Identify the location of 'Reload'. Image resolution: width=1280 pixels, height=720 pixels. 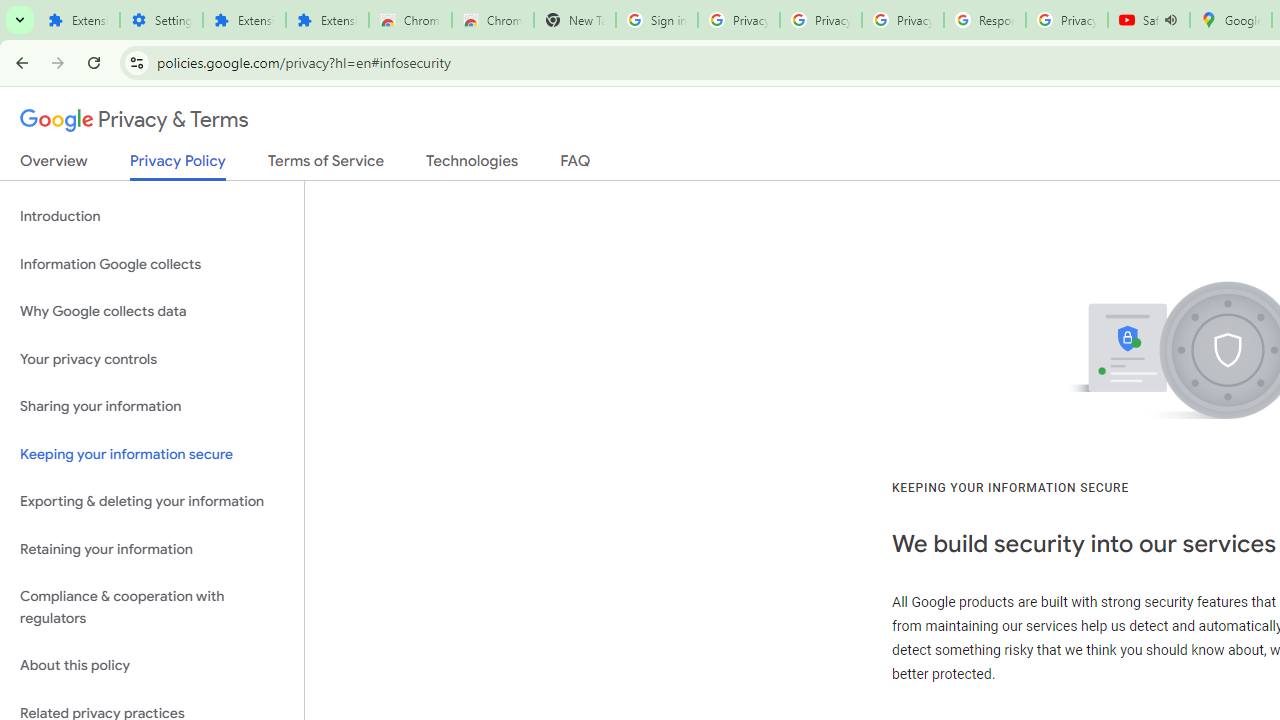
(93, 61).